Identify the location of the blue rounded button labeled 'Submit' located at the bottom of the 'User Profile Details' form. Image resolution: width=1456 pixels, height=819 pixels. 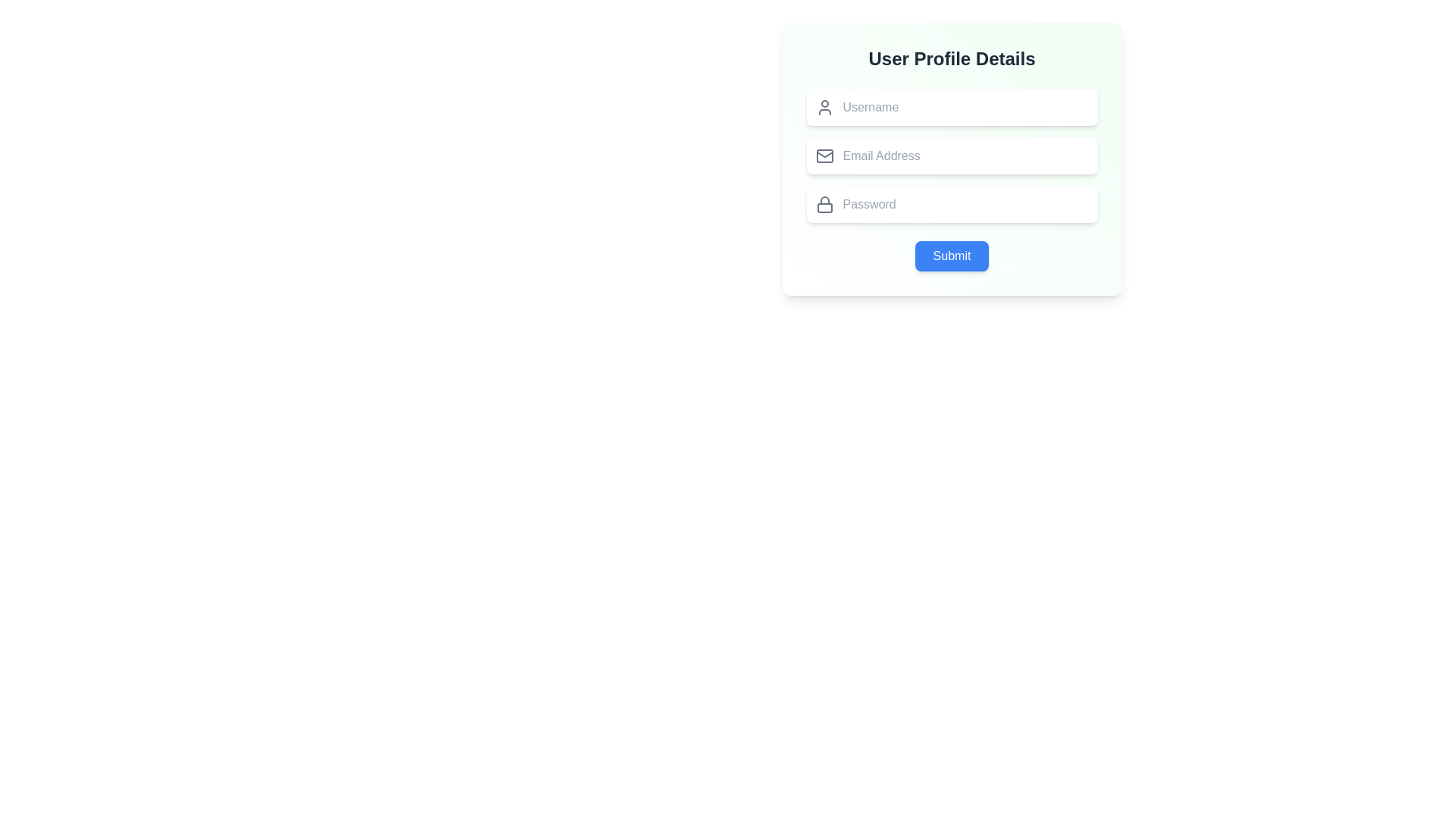
(951, 256).